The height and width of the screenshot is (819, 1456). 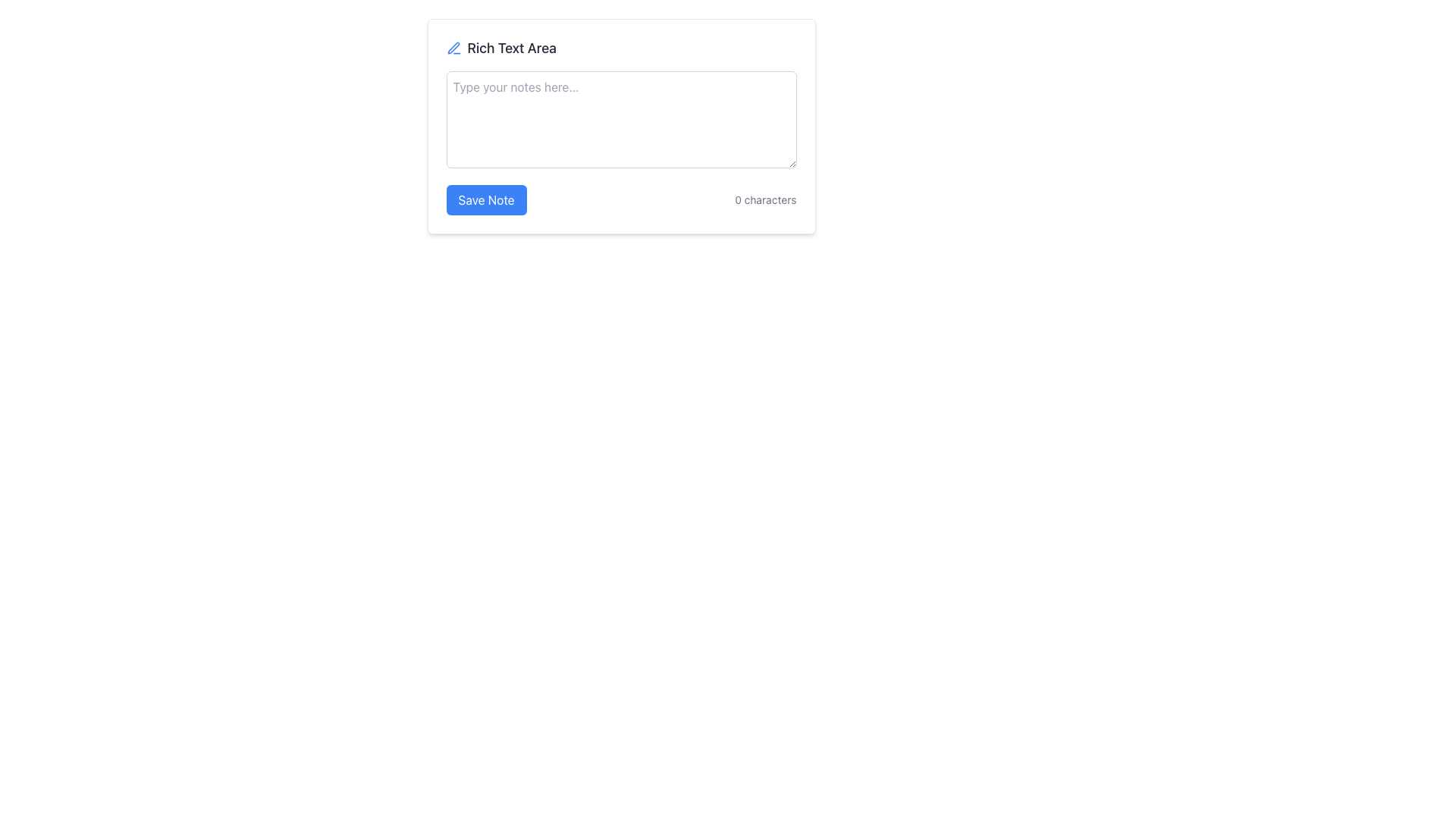 What do you see at coordinates (512, 48) in the screenshot?
I see `the static text label displaying 'Rich Text Area' in dark gray, located at the top of a note-taking widget, to the right of a pen icon` at bounding box center [512, 48].